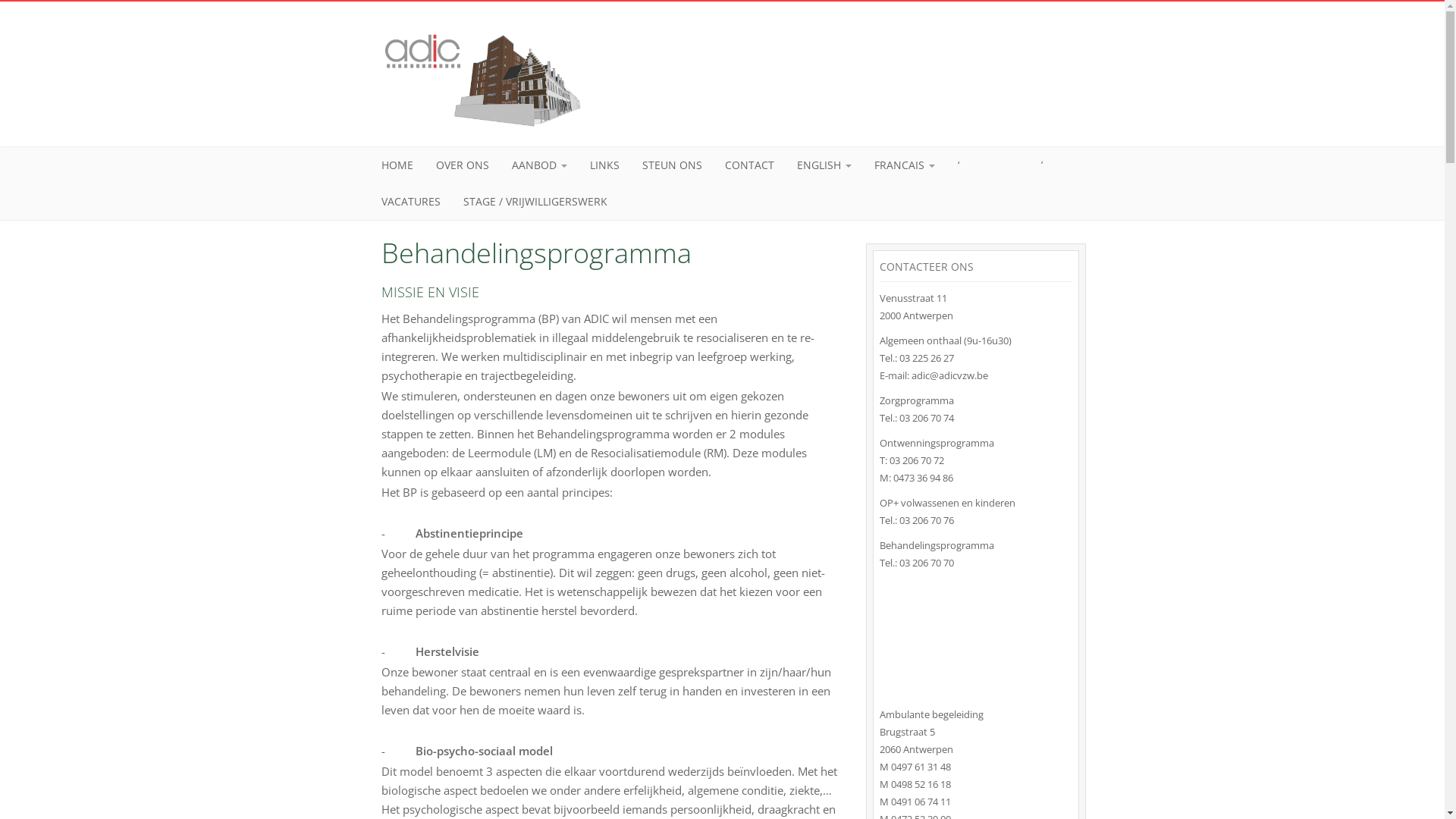 The width and height of the screenshot is (1456, 819). I want to click on 'OVER ONS', so click(425, 165).